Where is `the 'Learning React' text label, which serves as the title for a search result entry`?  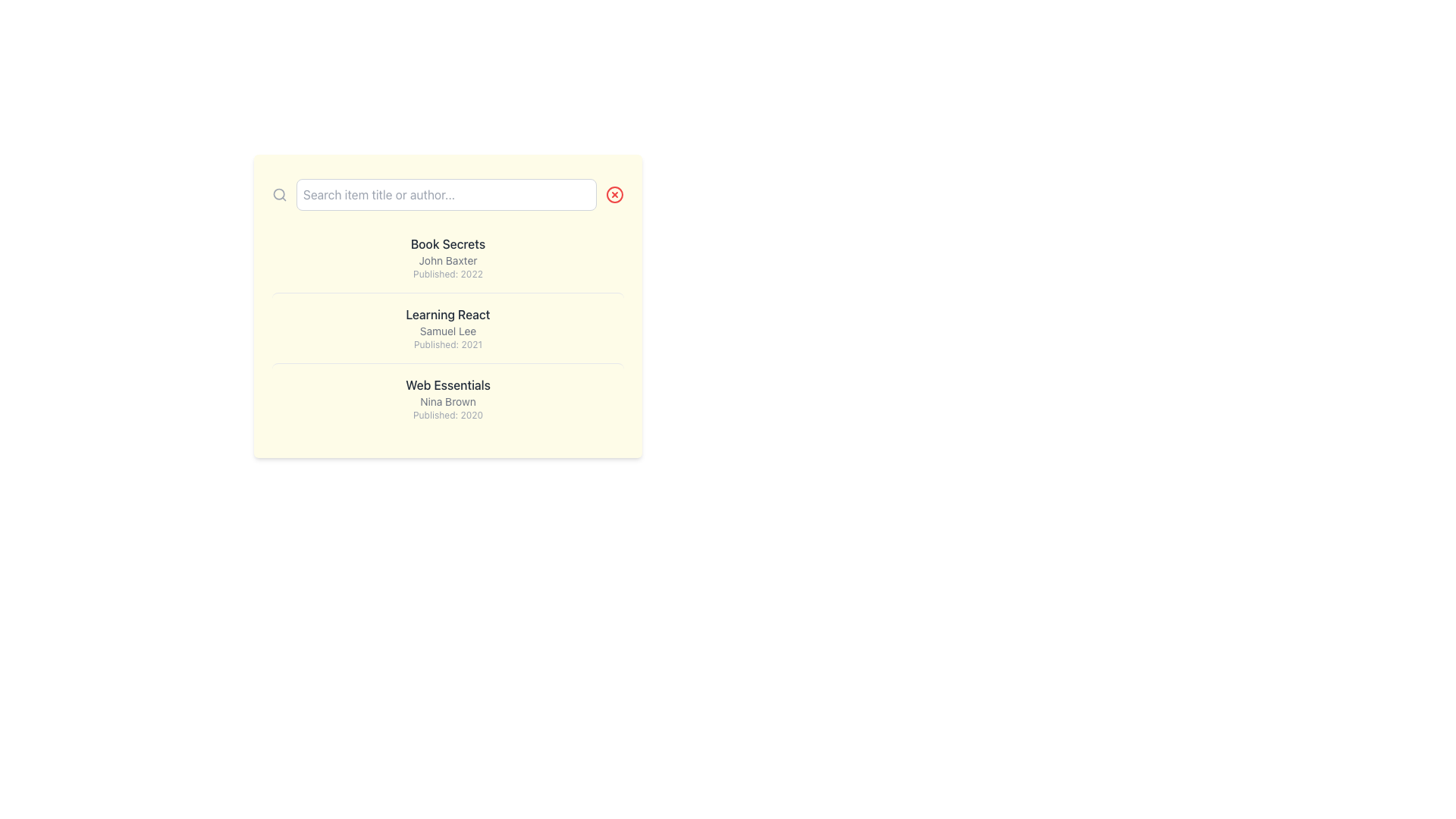 the 'Learning React' text label, which serves as the title for a search result entry is located at coordinates (447, 314).